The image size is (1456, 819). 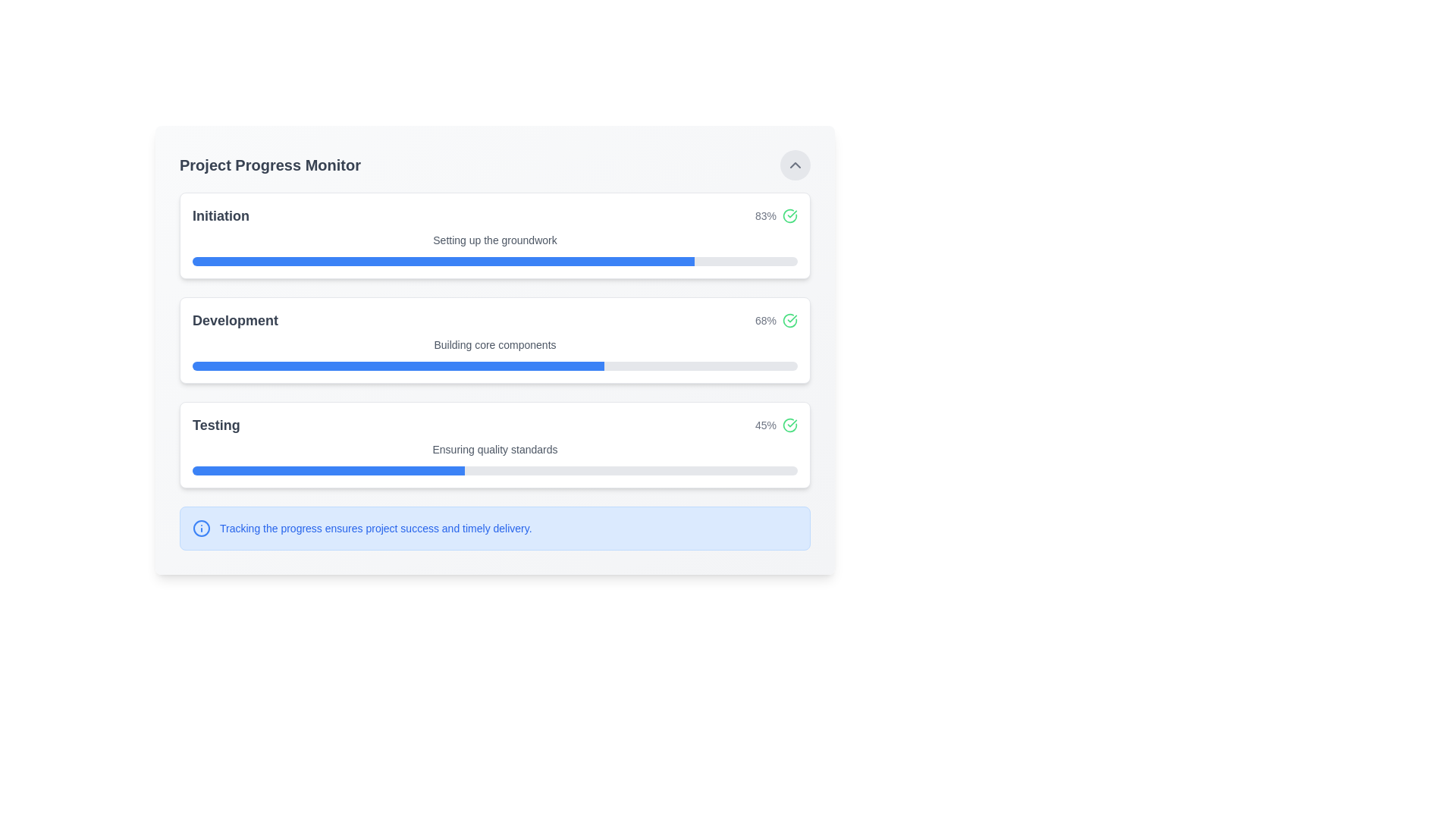 What do you see at coordinates (776, 216) in the screenshot?
I see `the percentage completion and checkmark icon status of the combined text and icon element located on the right side of the 'Initiation' row in the 'Project Progress Monitor' interface` at bounding box center [776, 216].